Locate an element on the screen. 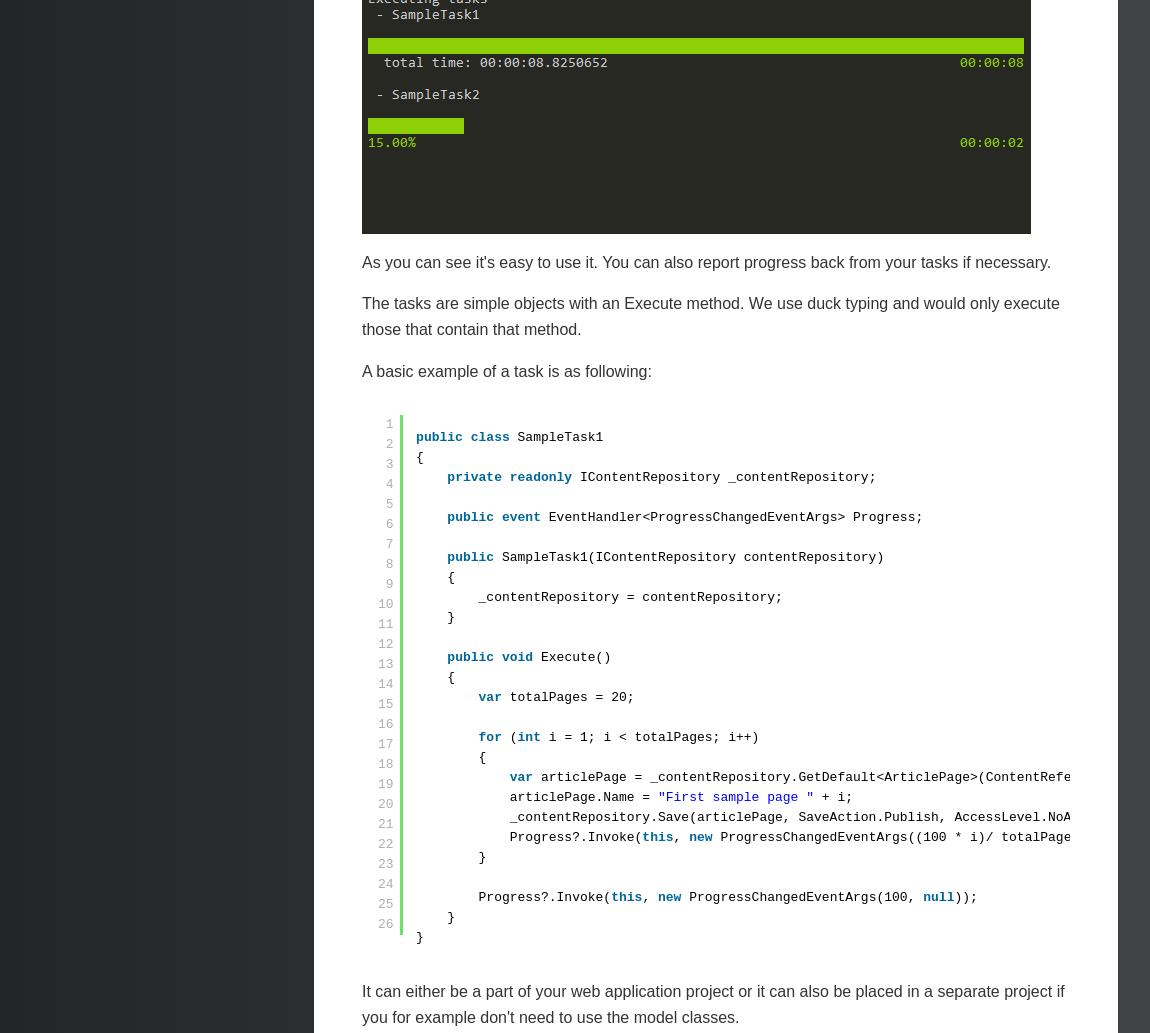 The image size is (1150, 1033). '1' is located at coordinates (389, 424).